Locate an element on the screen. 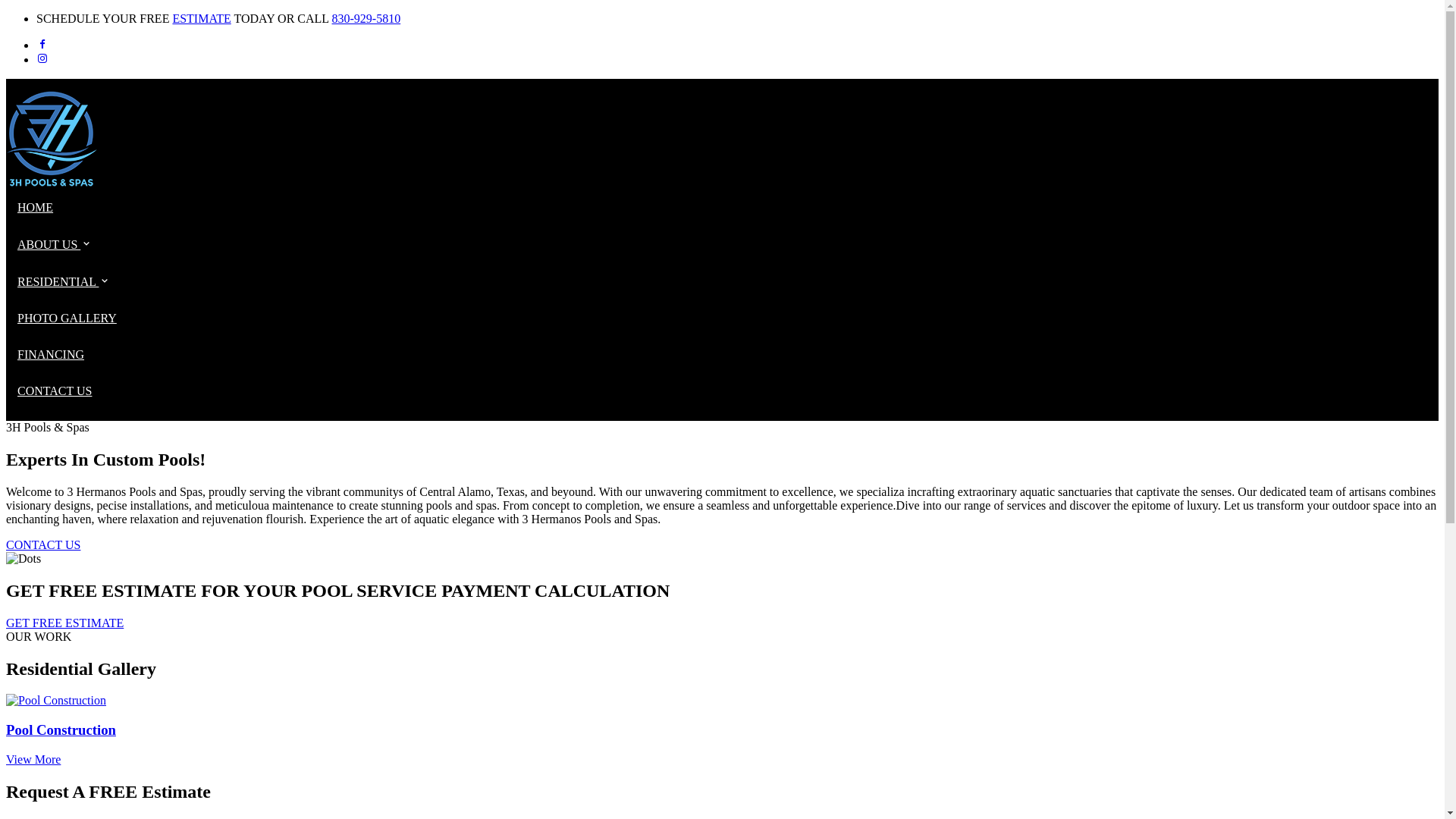  '830-929-5810' is located at coordinates (366, 18).